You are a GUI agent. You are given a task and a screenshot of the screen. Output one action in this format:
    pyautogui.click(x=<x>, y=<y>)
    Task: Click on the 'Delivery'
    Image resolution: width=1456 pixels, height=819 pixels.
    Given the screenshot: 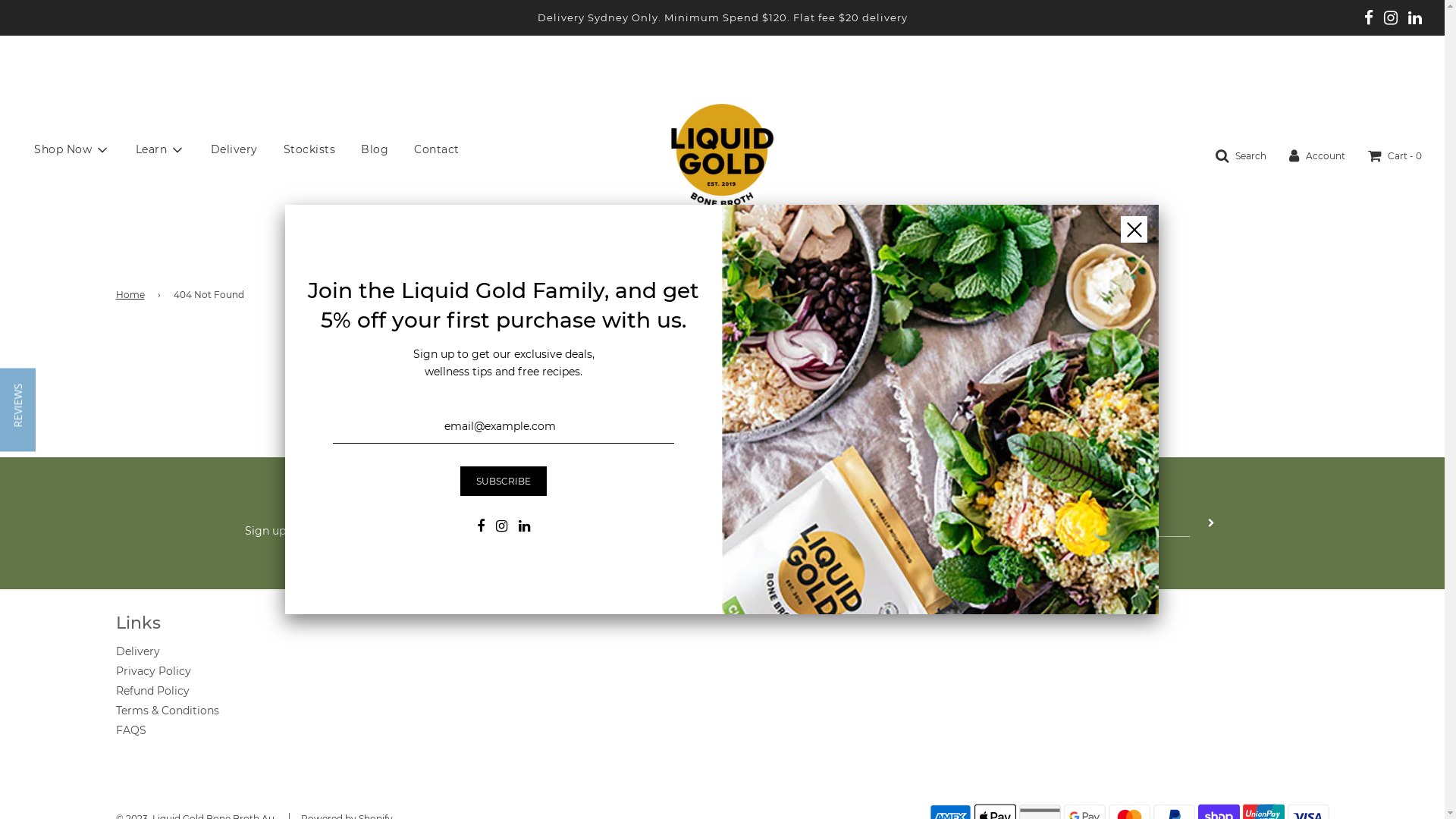 What is the action you would take?
    pyautogui.click(x=137, y=651)
    